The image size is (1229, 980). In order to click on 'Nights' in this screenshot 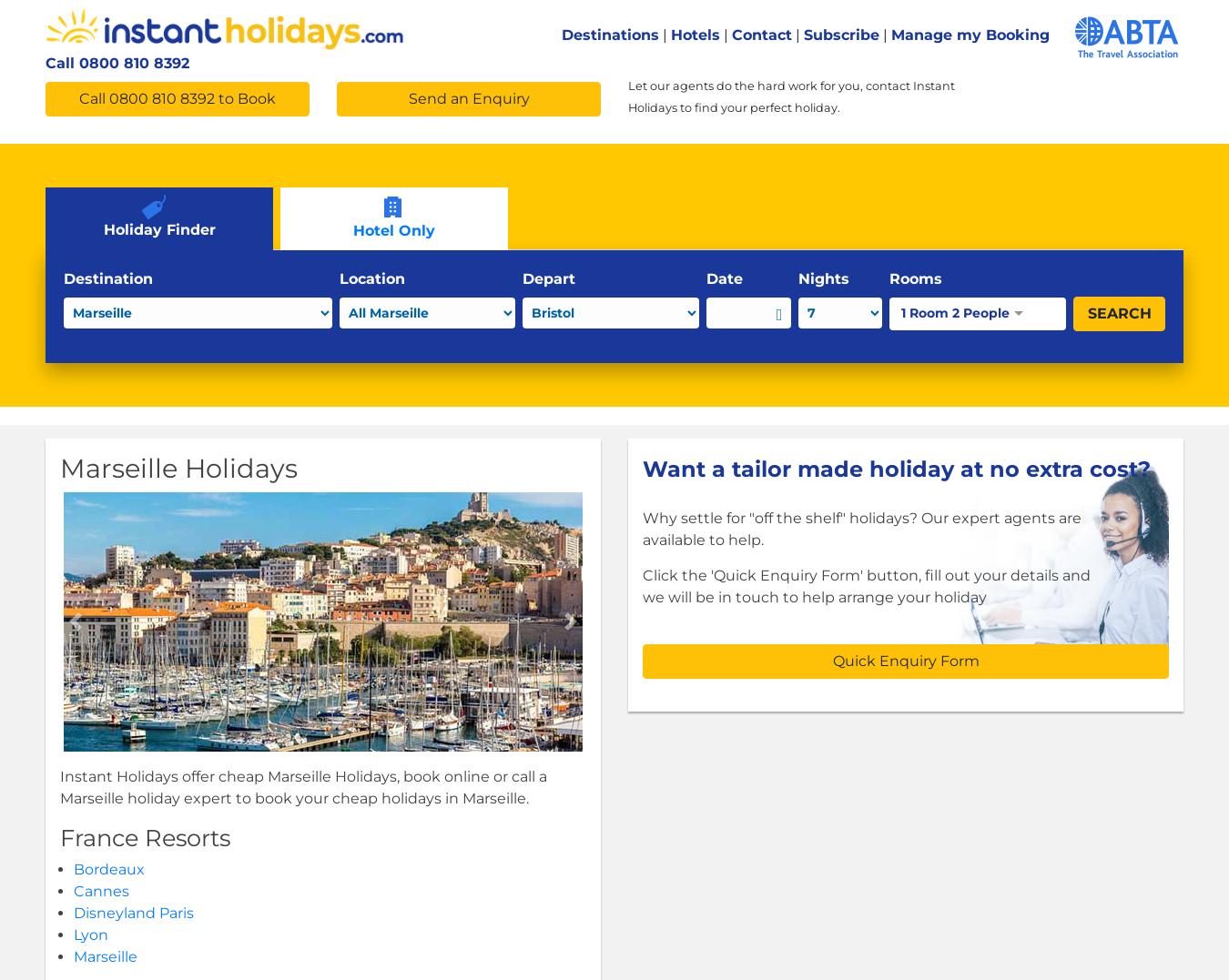, I will do `click(821, 278)`.